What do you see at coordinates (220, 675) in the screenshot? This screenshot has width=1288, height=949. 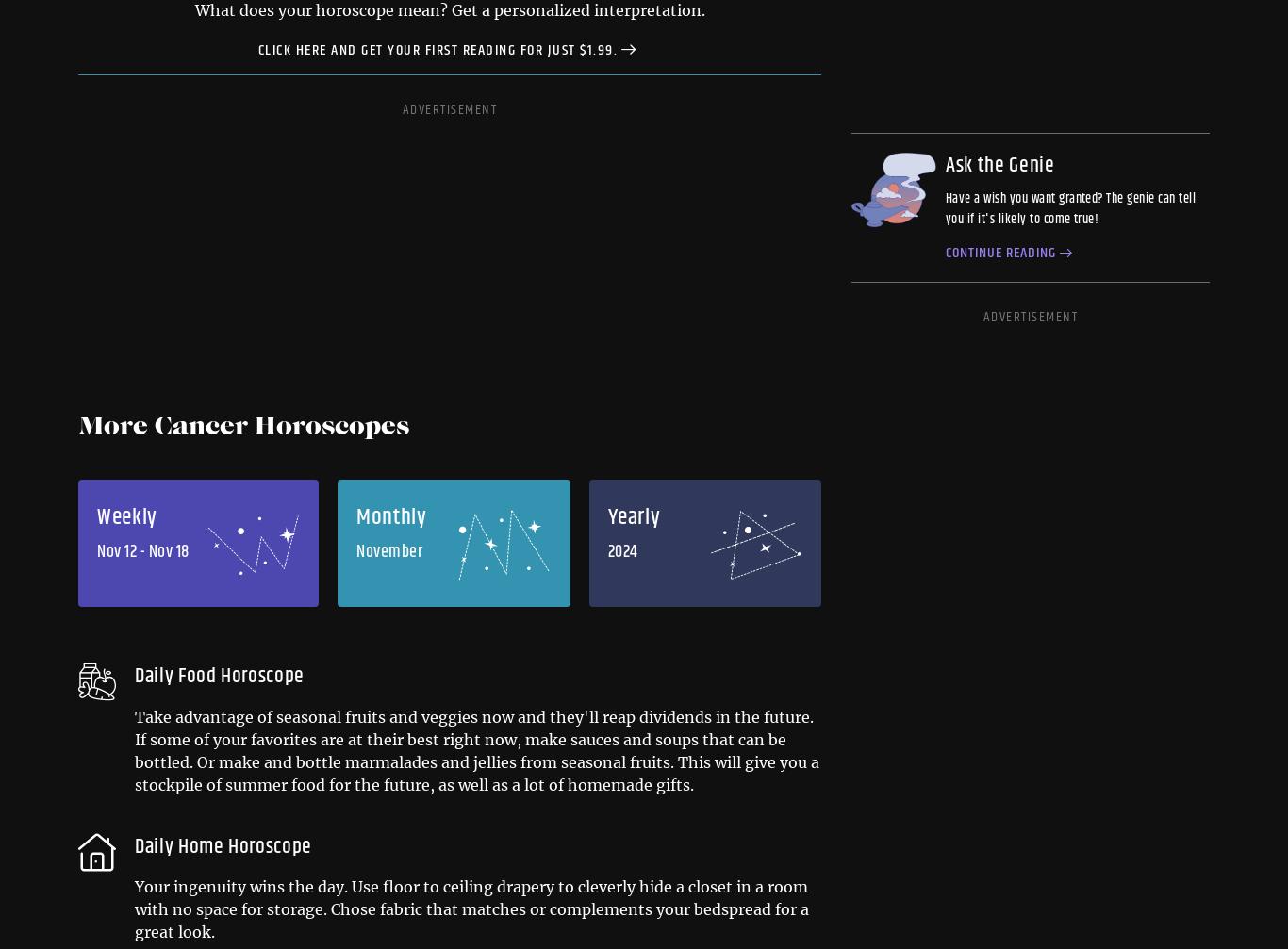 I see `'Daily Food Horoscope'` at bounding box center [220, 675].